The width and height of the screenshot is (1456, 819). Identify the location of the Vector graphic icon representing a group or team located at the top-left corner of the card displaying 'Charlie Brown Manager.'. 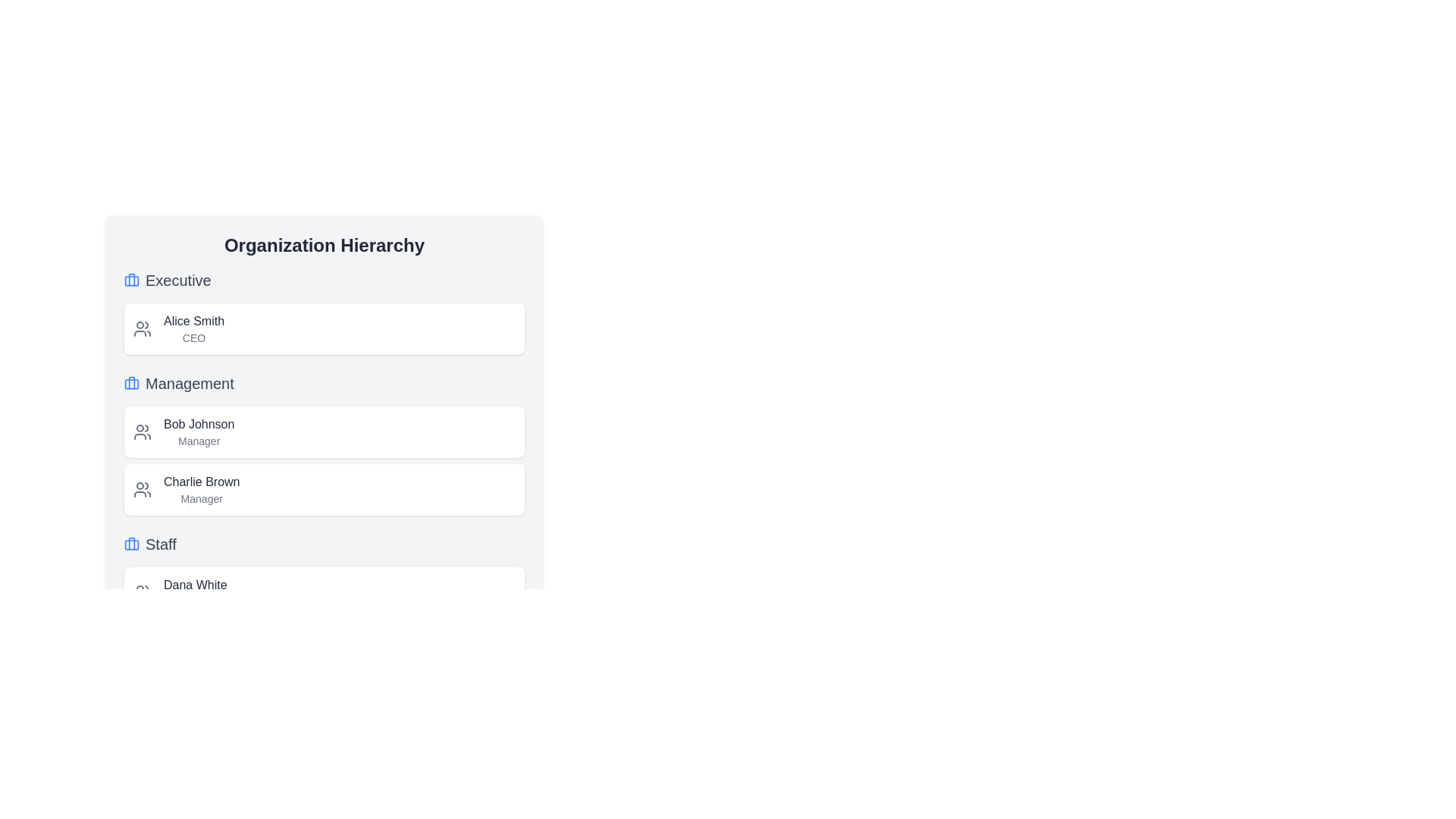
(142, 489).